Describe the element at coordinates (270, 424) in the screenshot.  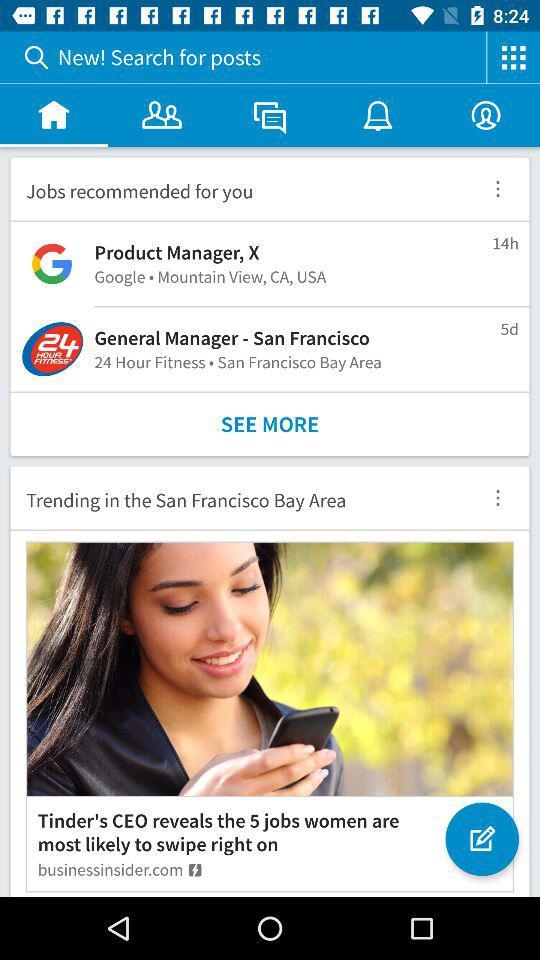
I see `icon above the trending in the` at that location.